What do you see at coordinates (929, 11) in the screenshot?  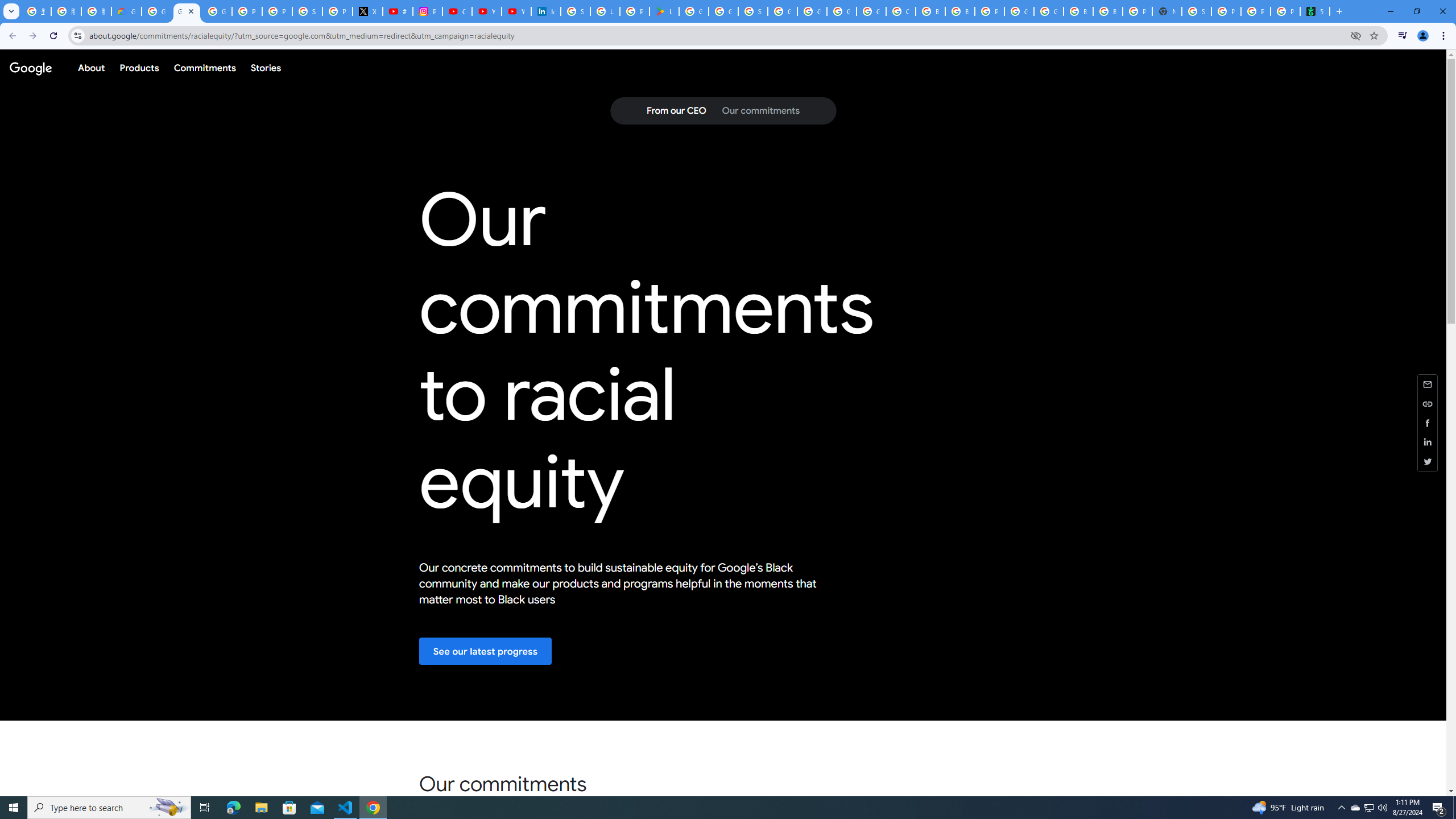 I see `'Browse Chrome as a guest - Computer - Google Chrome Help'` at bounding box center [929, 11].